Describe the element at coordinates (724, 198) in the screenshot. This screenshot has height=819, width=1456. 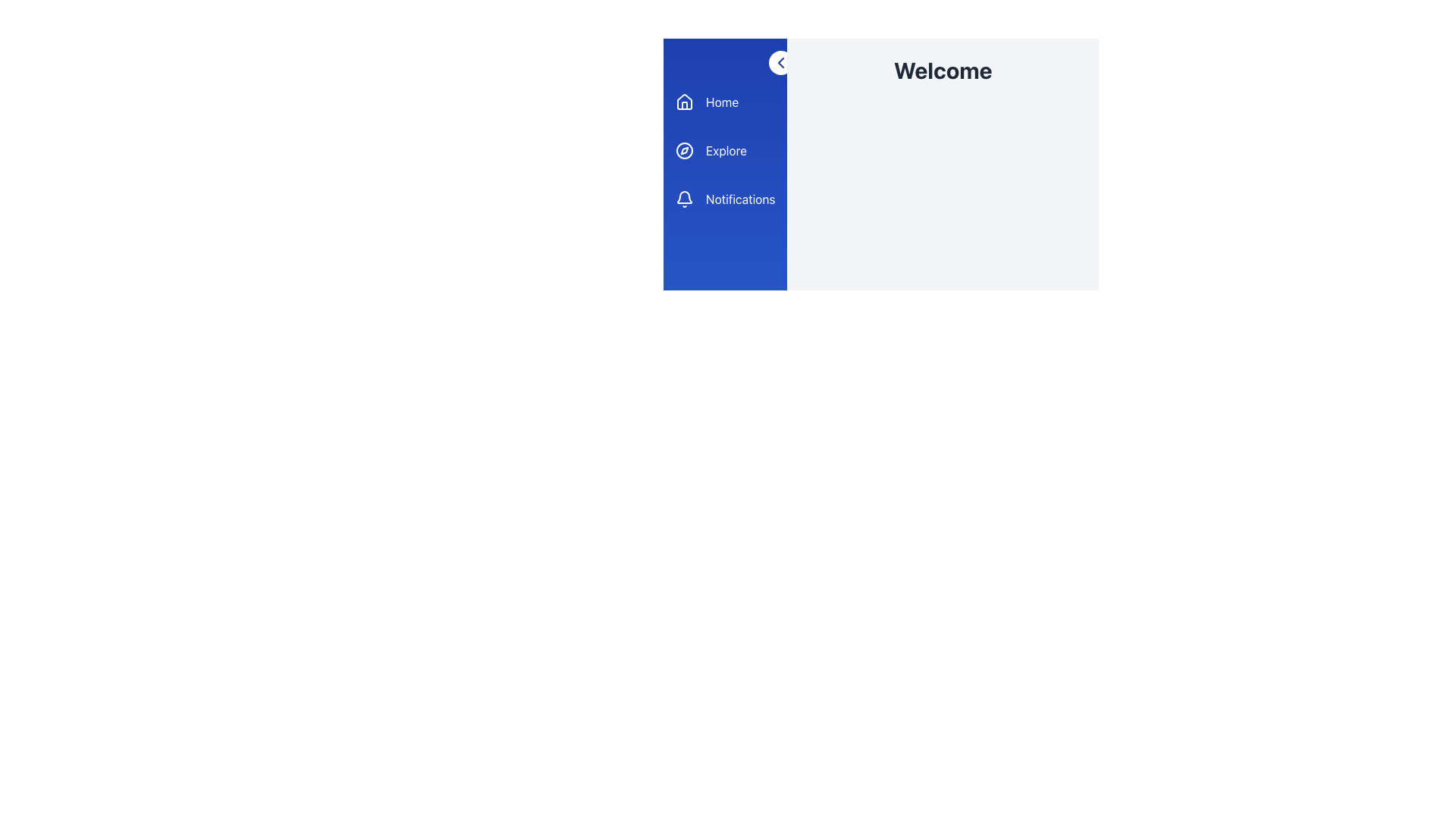
I see `the third button in the vertical navigation bar, which is designated for accessing the notifications page` at that location.